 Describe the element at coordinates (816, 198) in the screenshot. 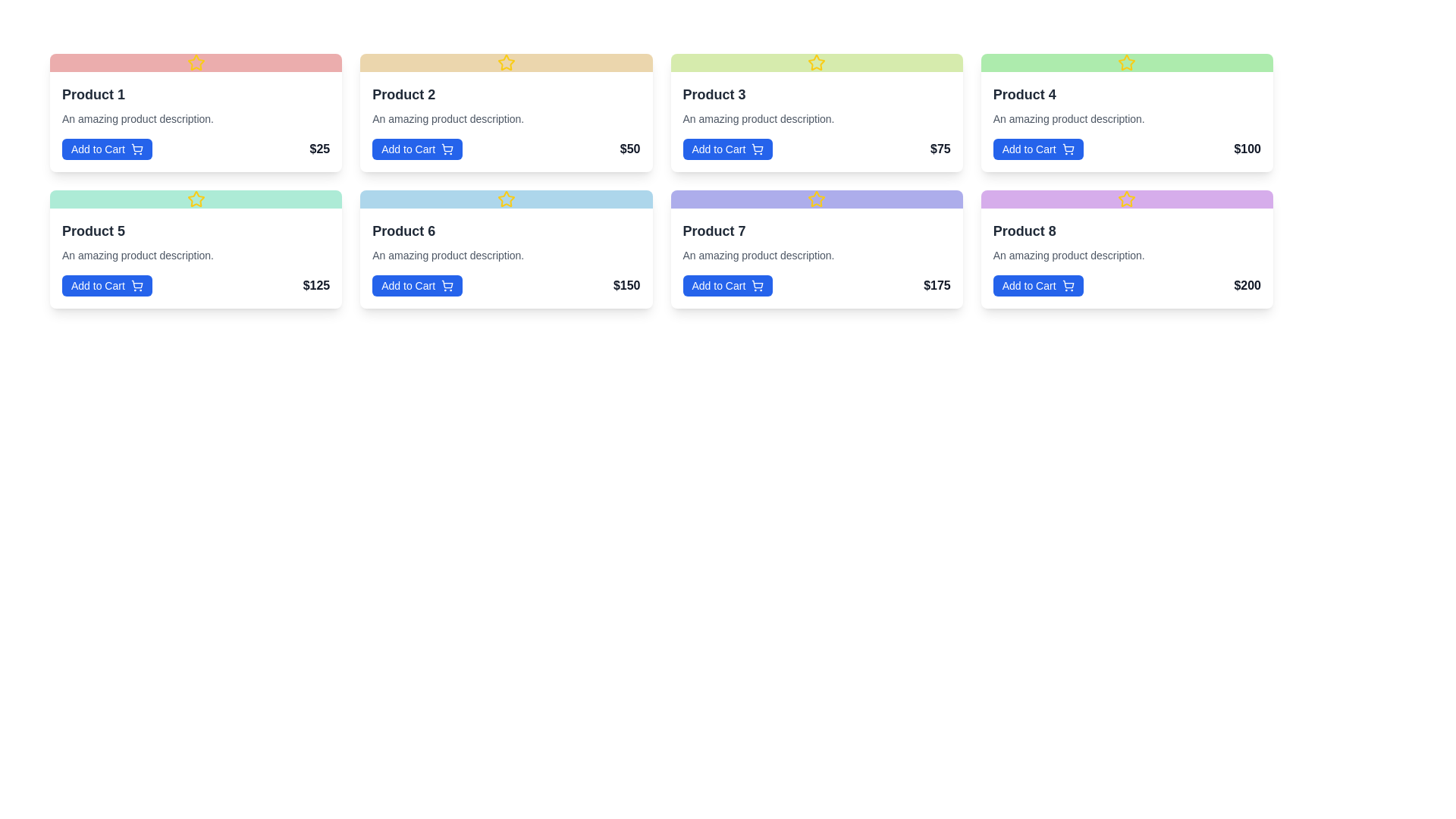

I see `the yellow-colored star icon with a circular outline located at the top center of the card labeled 'Product 7' to interact` at that location.